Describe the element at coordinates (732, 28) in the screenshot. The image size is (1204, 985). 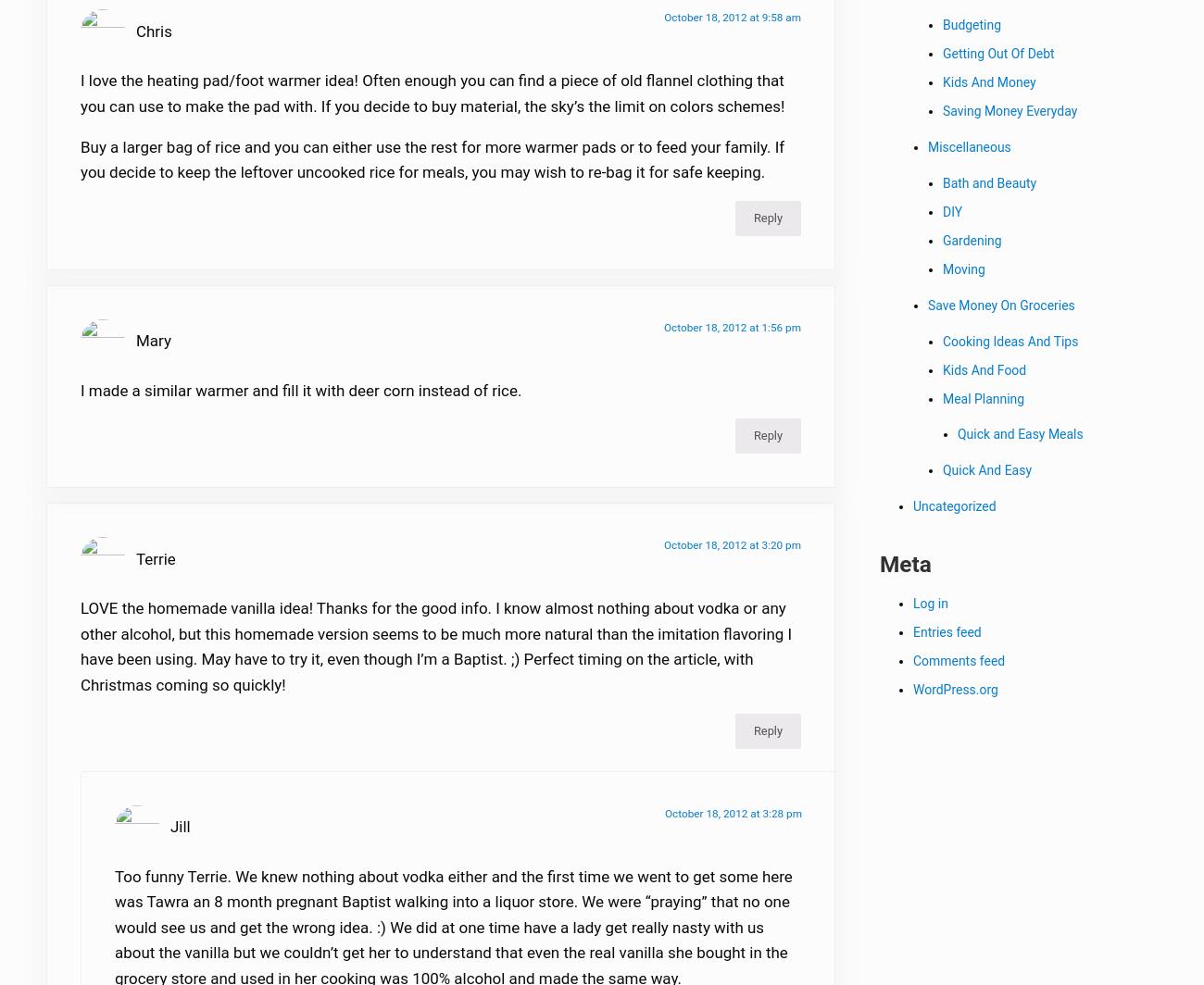
I see `'October 18, 2012 at 9:58 am'` at that location.